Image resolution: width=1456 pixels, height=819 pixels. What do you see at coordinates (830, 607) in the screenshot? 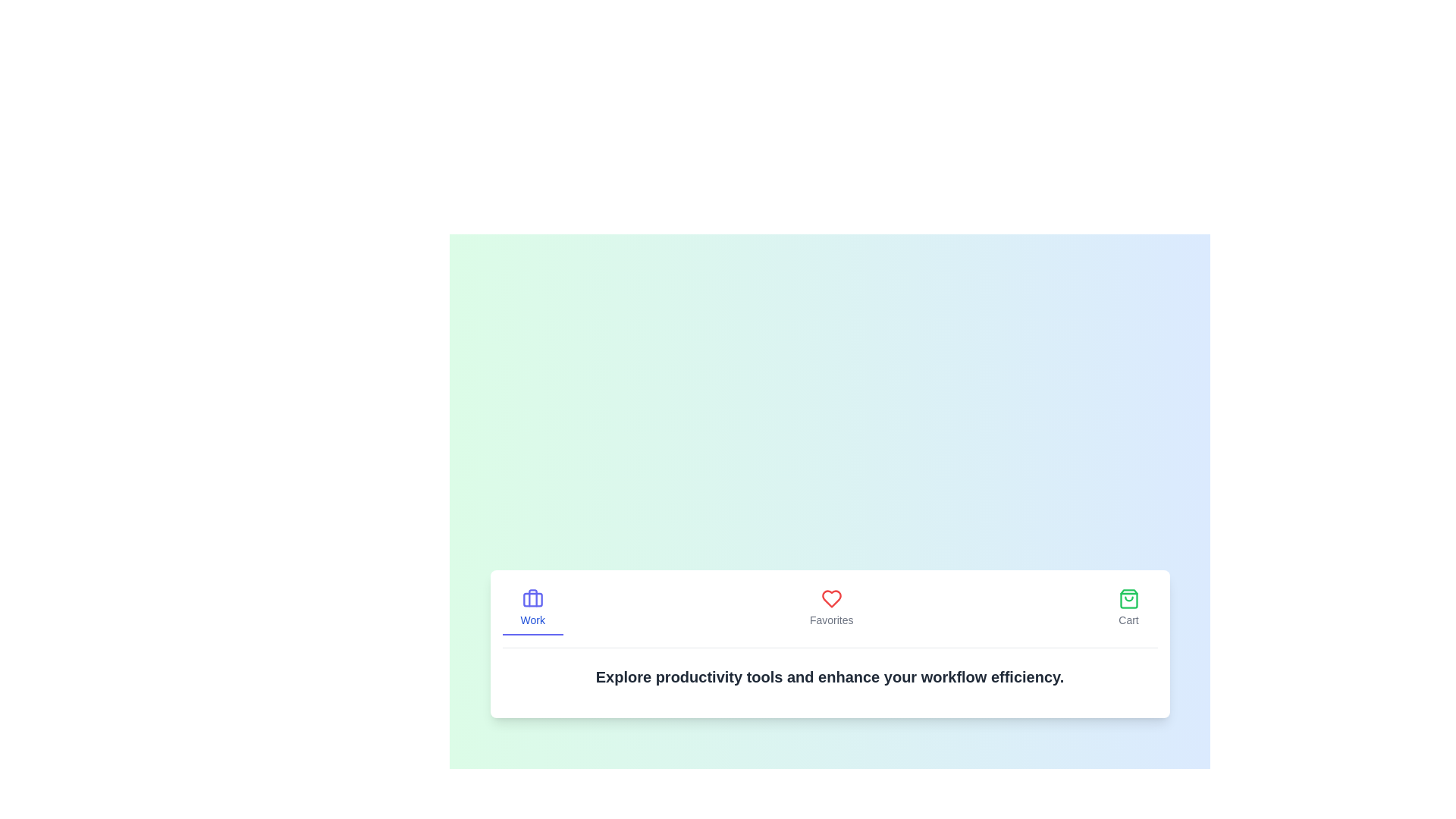
I see `the tab labeled Favorites` at bounding box center [830, 607].